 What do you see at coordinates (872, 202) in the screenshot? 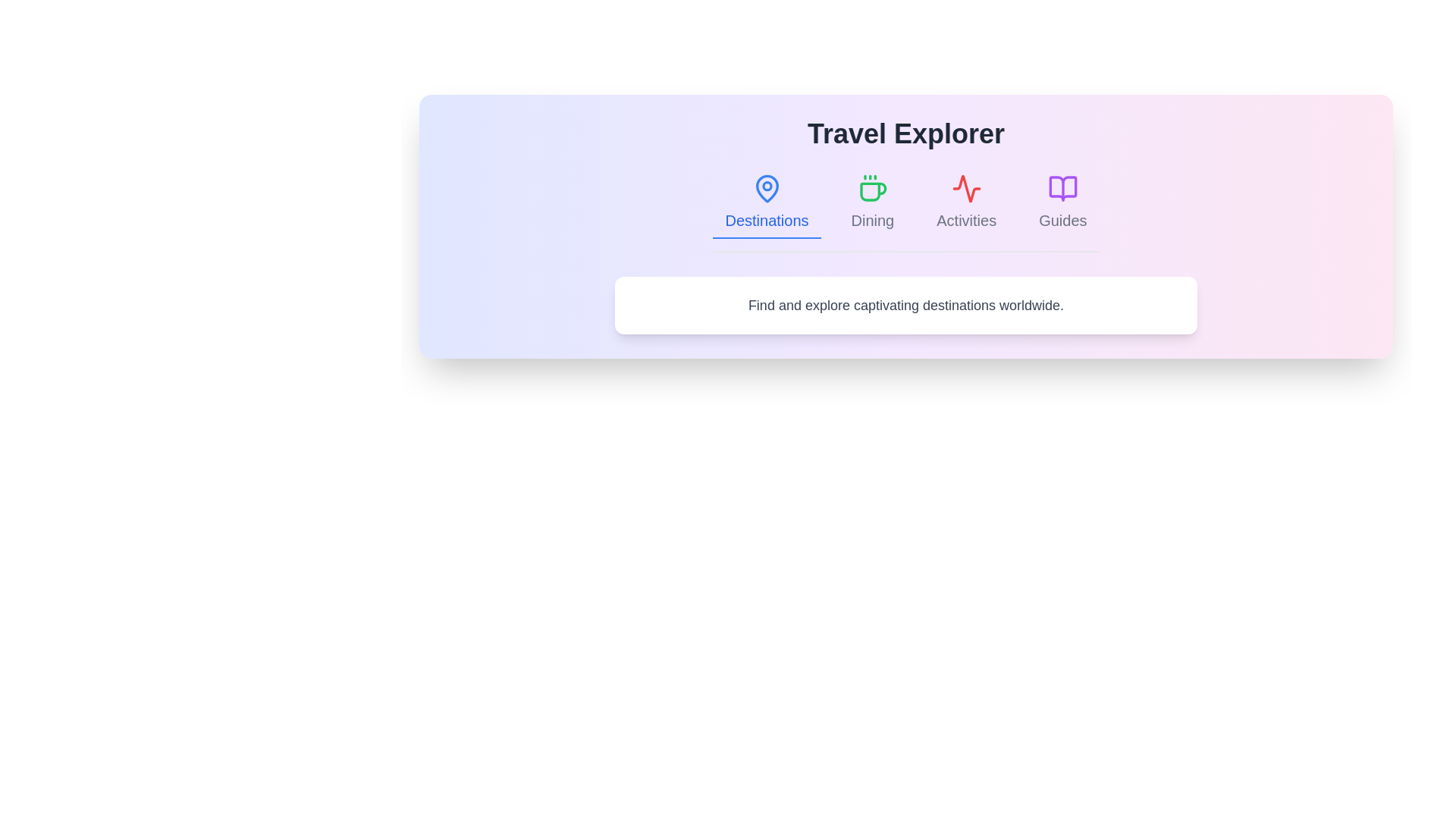
I see `the tab labeled Dining to view its content` at bounding box center [872, 202].